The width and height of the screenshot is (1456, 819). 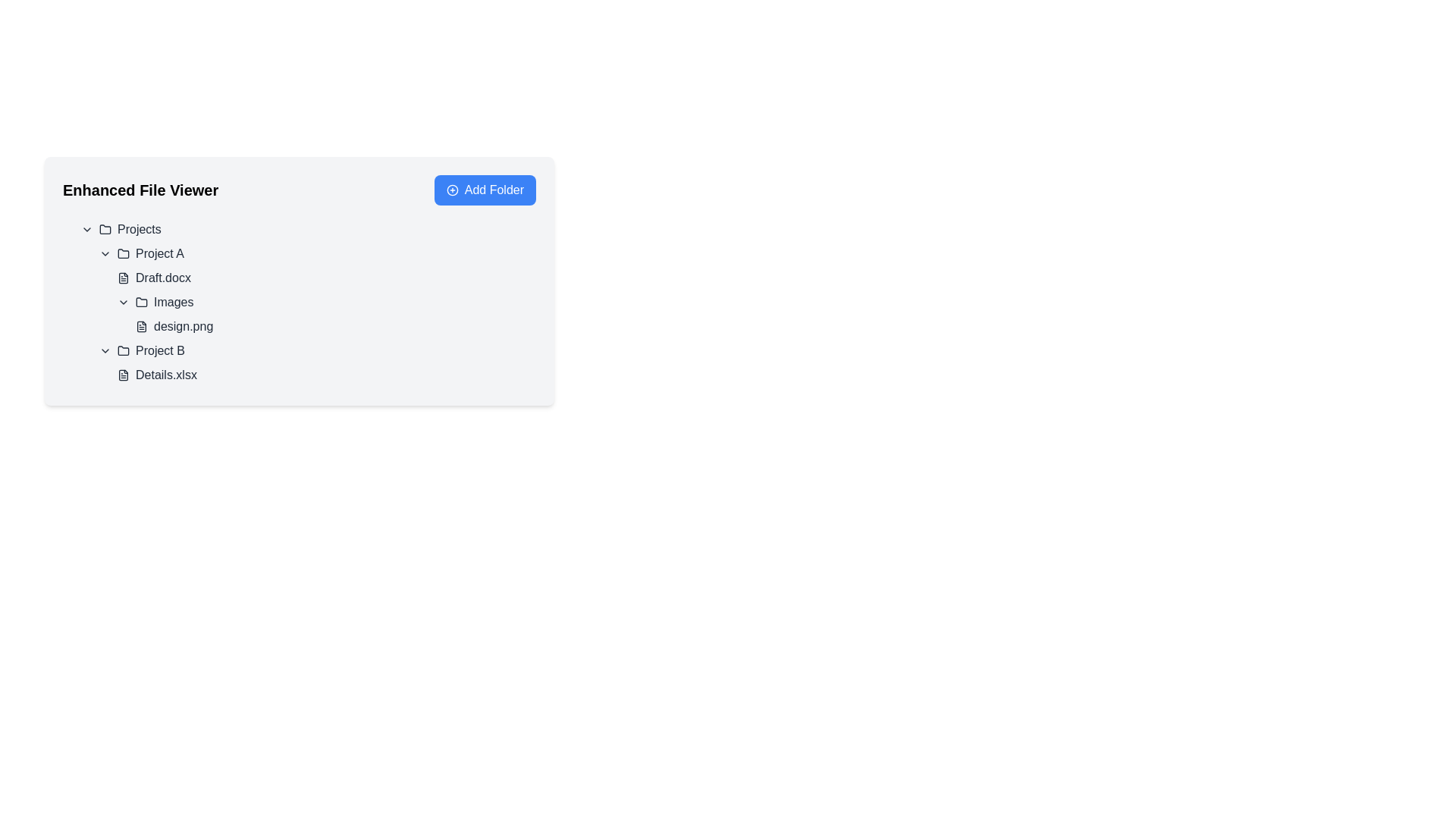 What do you see at coordinates (124, 375) in the screenshot?
I see `the file icon representing a document within the 'Enhanced File Viewer' interface, specifically under the 'Project B' directory` at bounding box center [124, 375].